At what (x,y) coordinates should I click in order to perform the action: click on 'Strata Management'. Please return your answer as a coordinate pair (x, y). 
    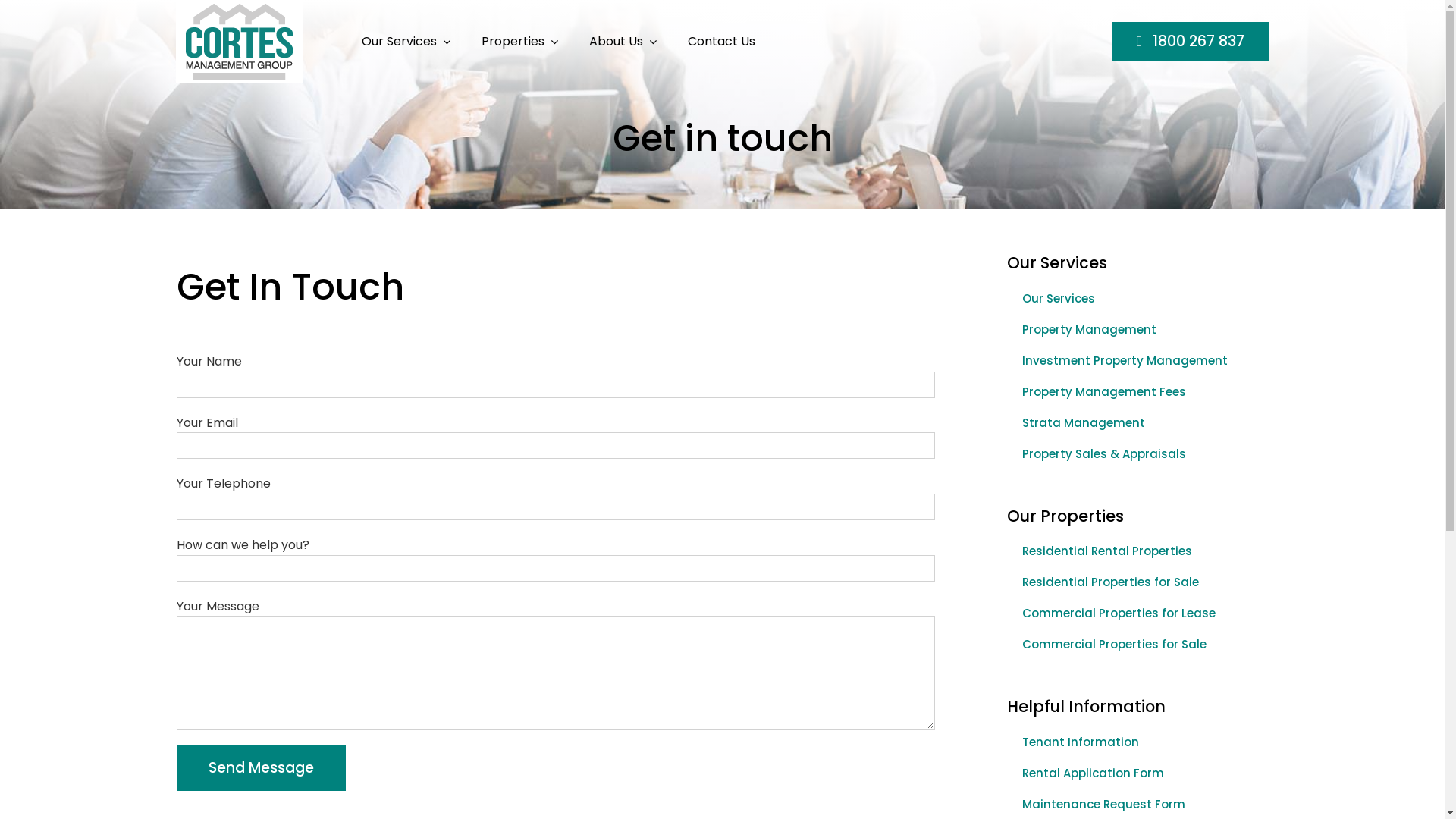
    Looking at the image, I should click on (1131, 423).